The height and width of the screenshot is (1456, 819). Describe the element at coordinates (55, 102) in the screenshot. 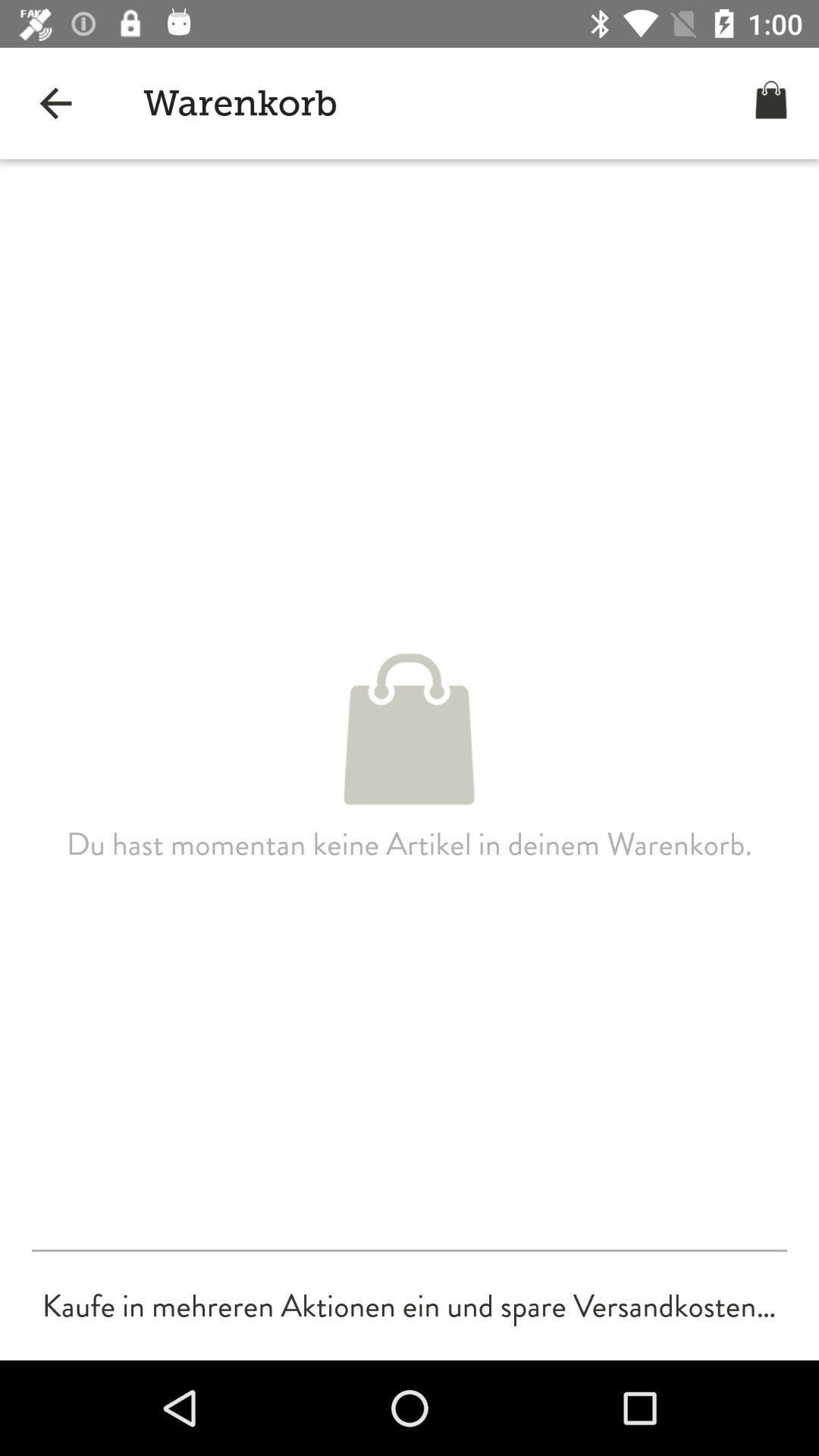

I see `icon to the left of warenkorb item` at that location.